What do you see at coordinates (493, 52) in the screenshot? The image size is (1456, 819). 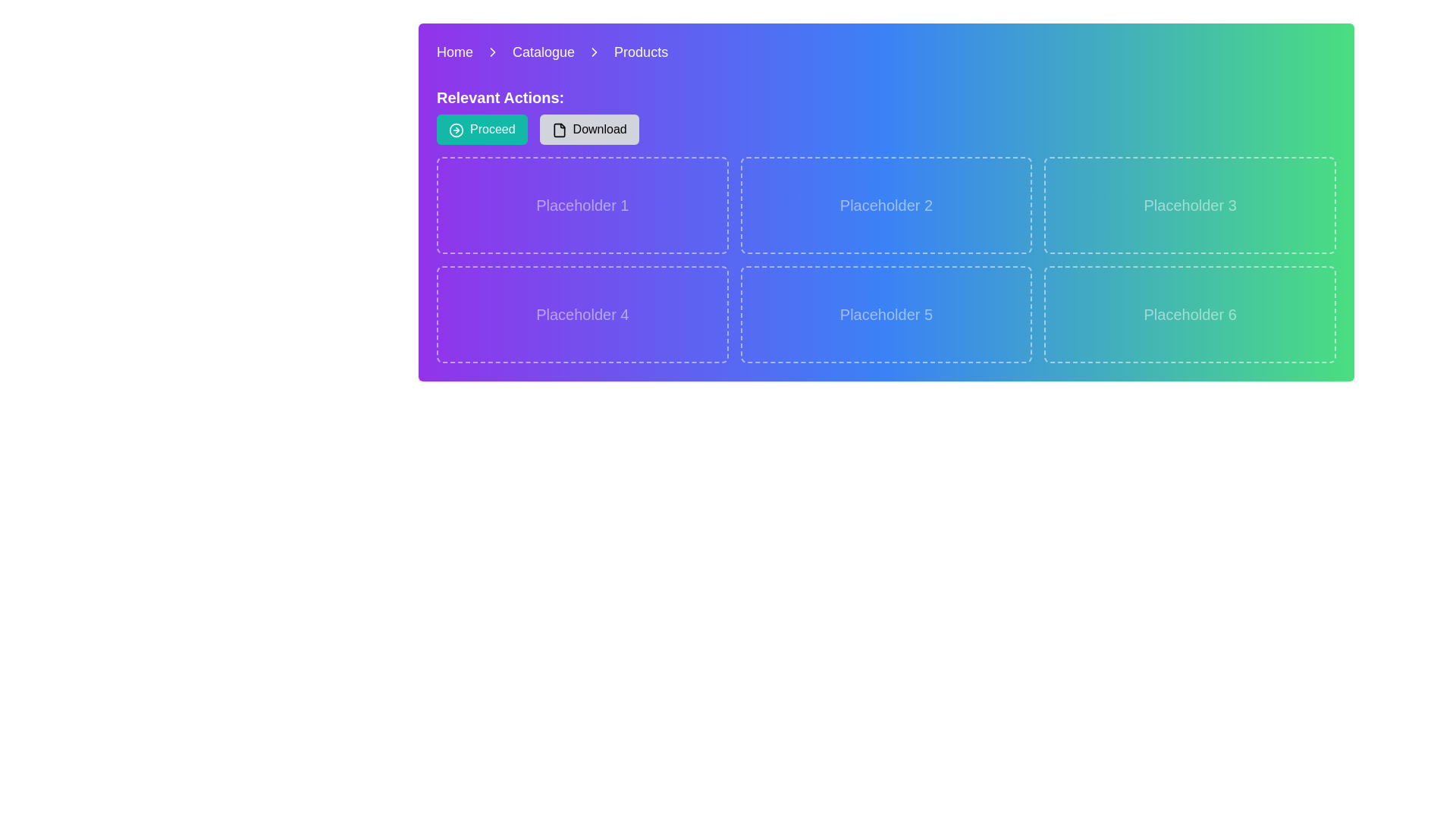 I see `the right-facing chevron icon in the breadcrumb navigation bar, which has a thin black outline and is positioned between the 'Home' and 'Catalogue' links` at bounding box center [493, 52].